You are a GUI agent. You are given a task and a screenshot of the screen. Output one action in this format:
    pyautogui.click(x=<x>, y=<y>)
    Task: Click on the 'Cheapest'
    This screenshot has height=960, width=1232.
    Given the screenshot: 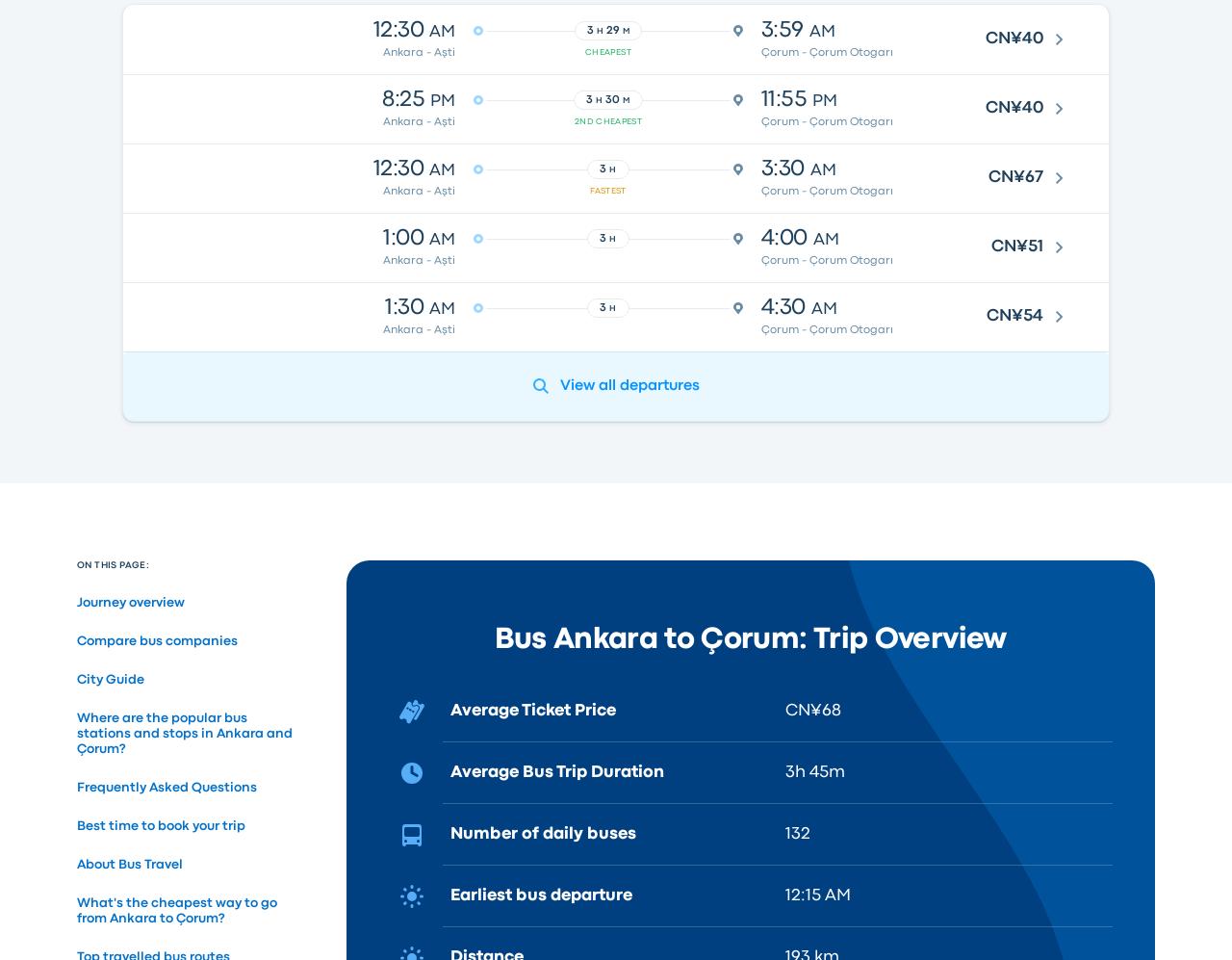 What is the action you would take?
    pyautogui.click(x=606, y=51)
    